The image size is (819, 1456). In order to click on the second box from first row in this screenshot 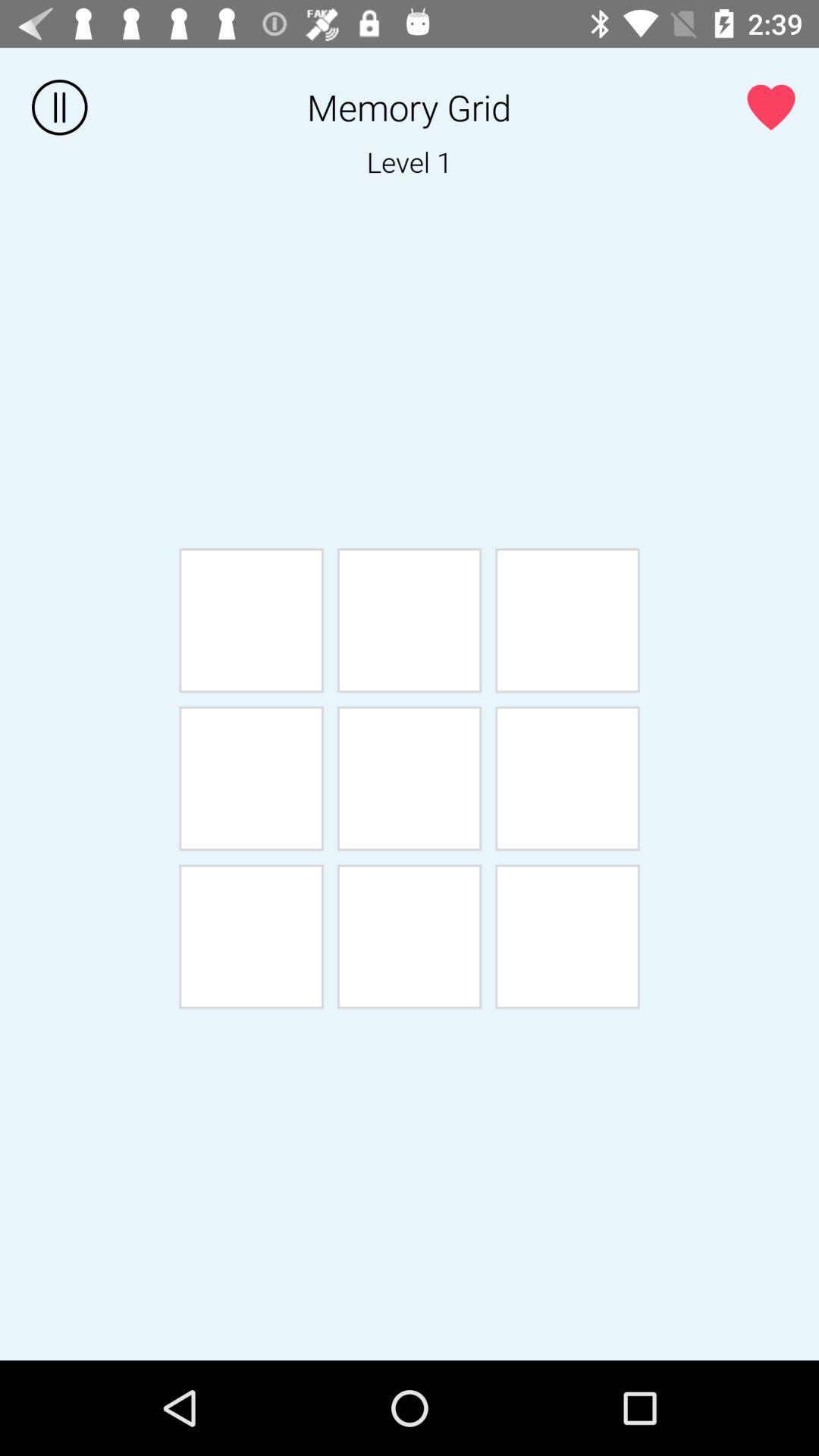, I will do `click(409, 620)`.